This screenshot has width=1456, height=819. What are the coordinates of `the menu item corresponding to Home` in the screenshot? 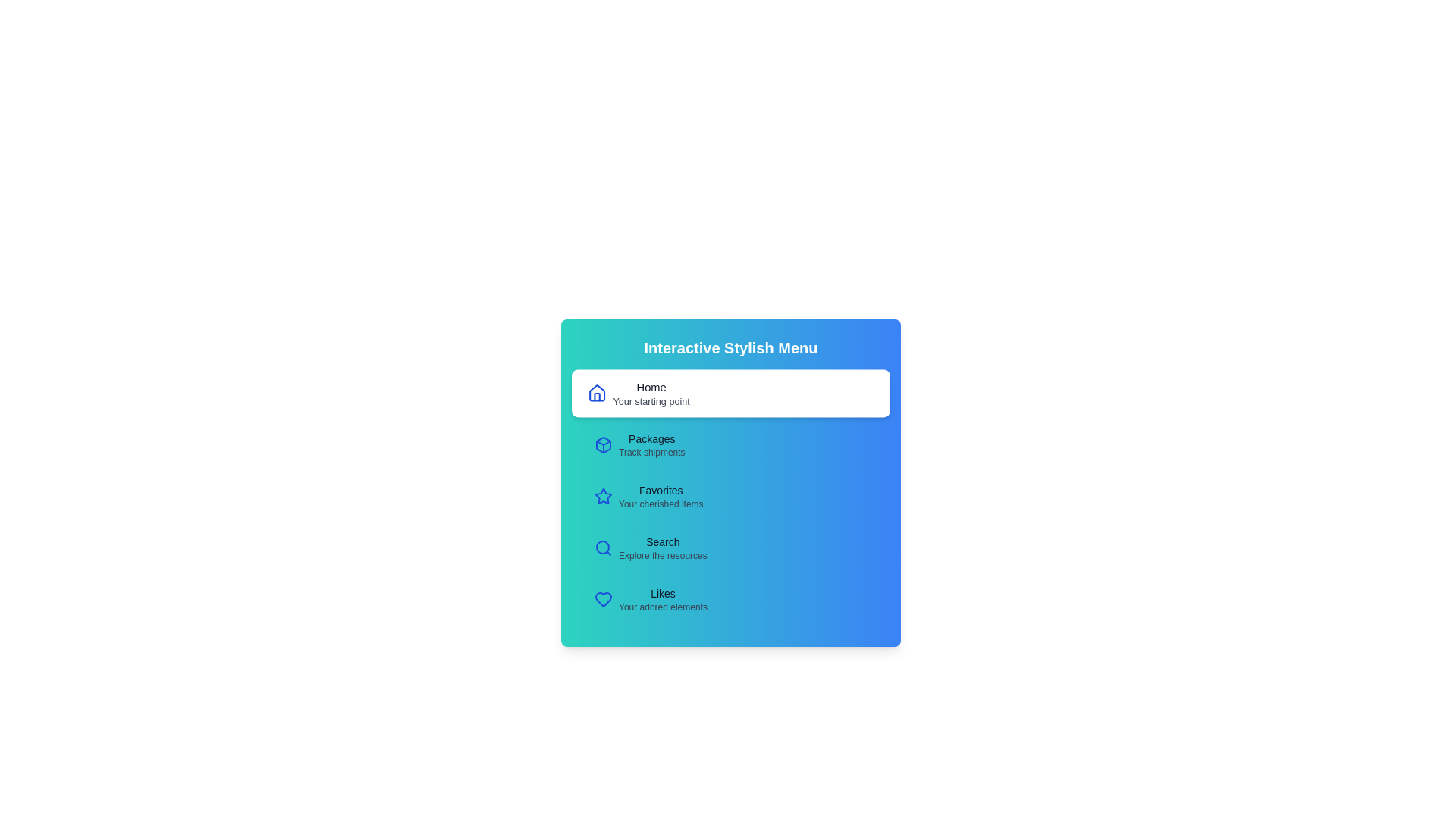 It's located at (731, 393).